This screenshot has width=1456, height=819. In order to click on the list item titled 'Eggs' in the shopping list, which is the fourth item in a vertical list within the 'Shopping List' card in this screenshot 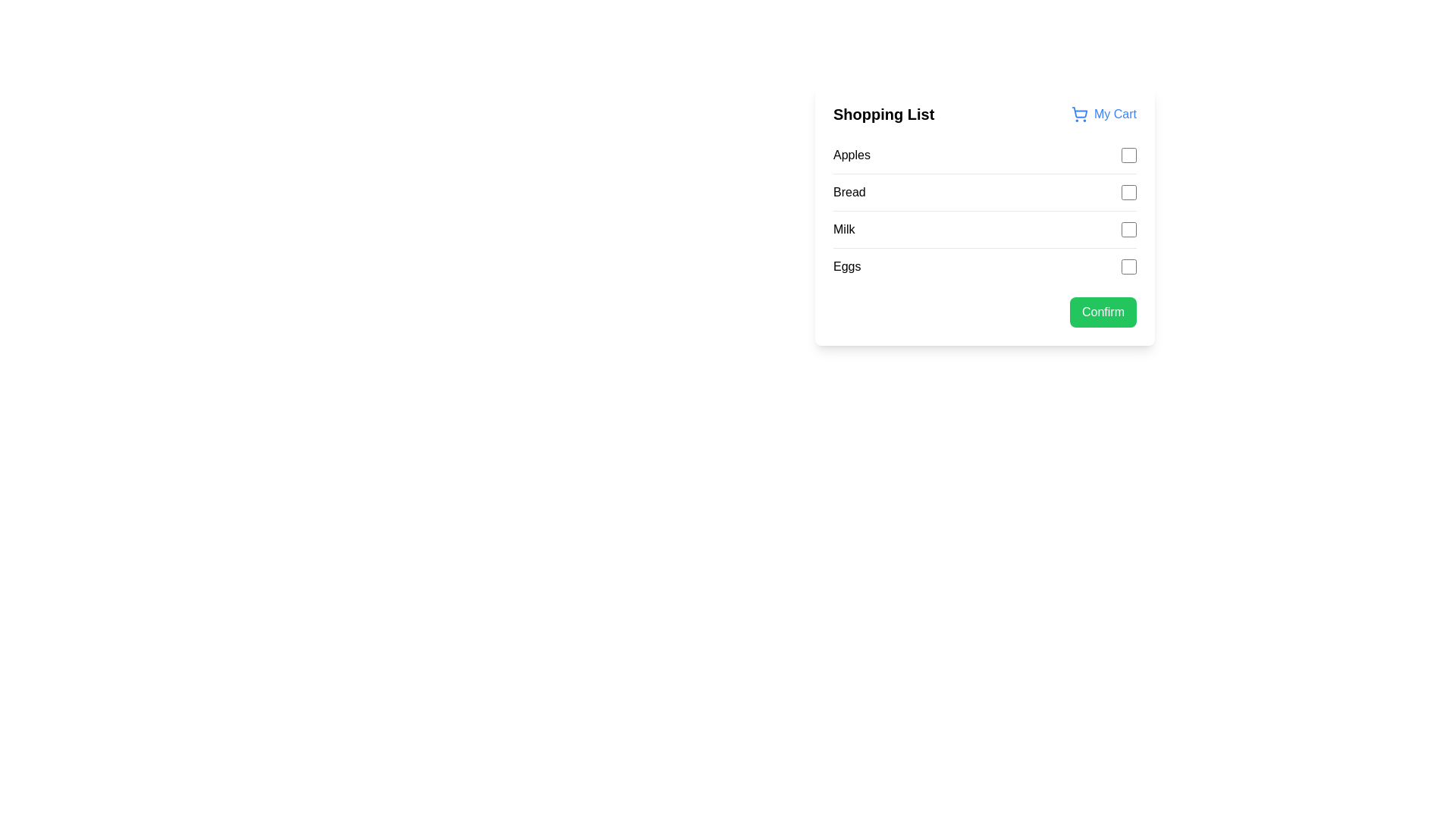, I will do `click(985, 265)`.